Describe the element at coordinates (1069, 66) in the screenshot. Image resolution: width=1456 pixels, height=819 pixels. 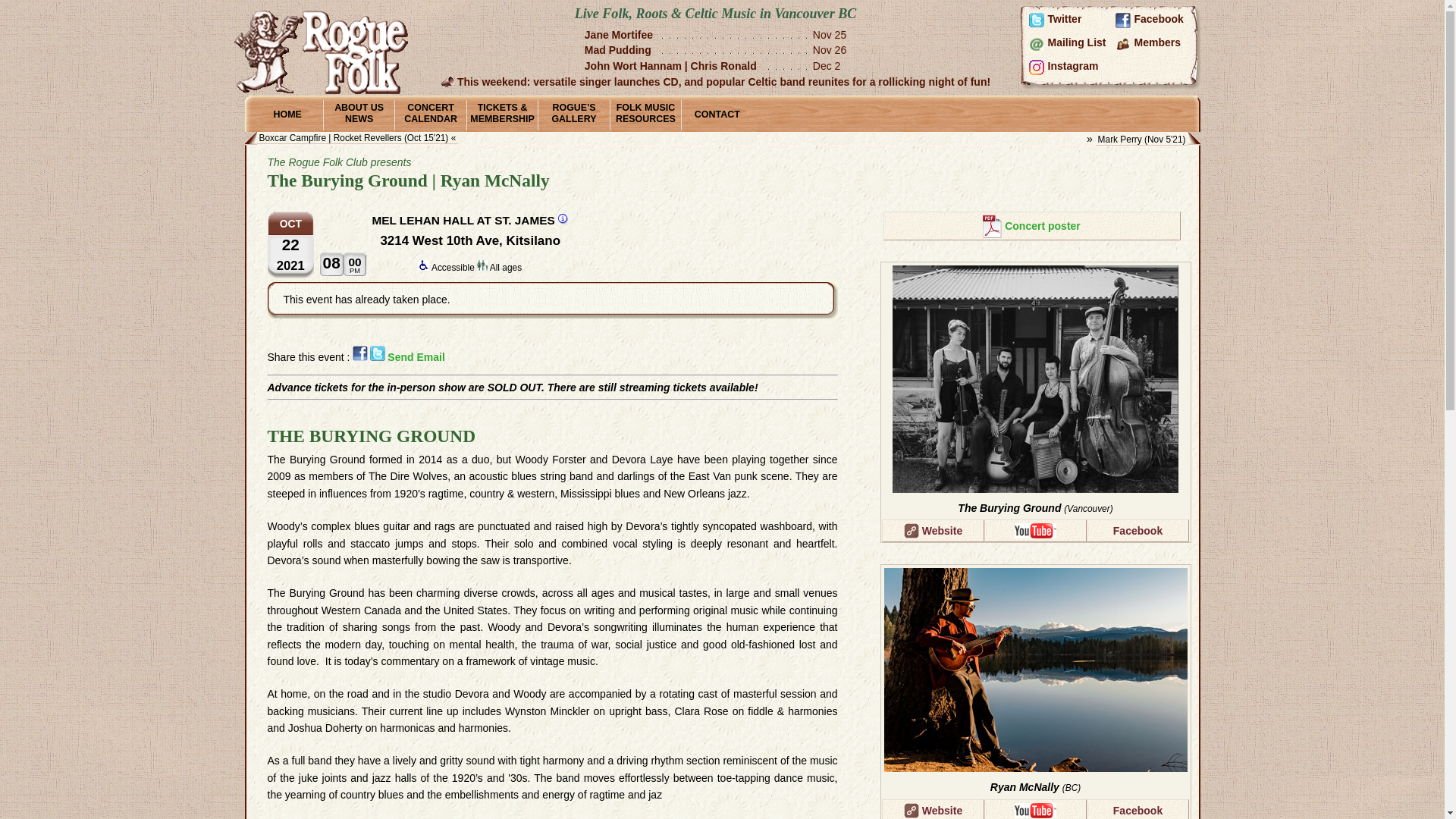
I see `'Instagram'` at that location.